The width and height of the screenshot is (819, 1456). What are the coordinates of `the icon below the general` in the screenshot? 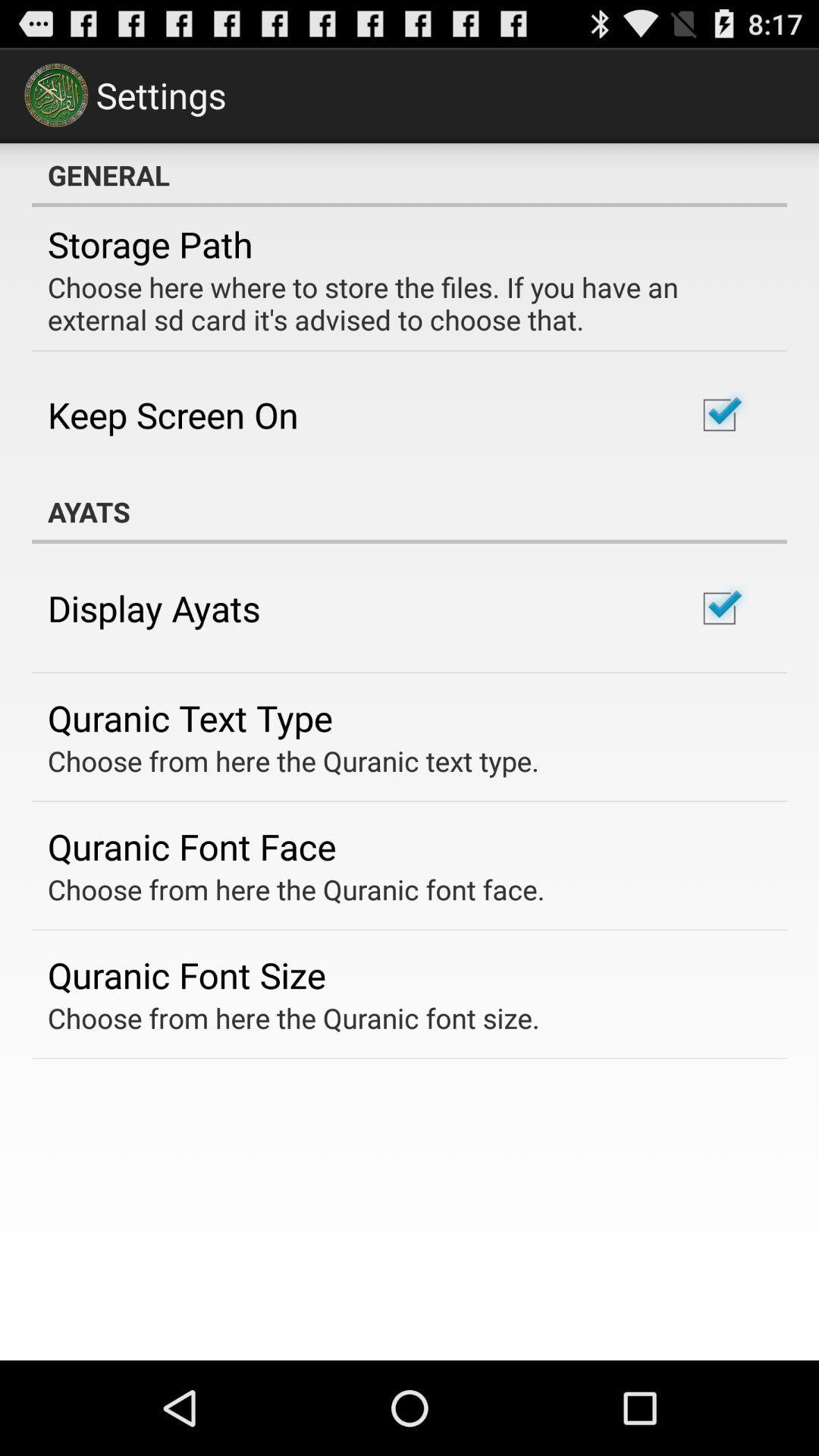 It's located at (150, 244).